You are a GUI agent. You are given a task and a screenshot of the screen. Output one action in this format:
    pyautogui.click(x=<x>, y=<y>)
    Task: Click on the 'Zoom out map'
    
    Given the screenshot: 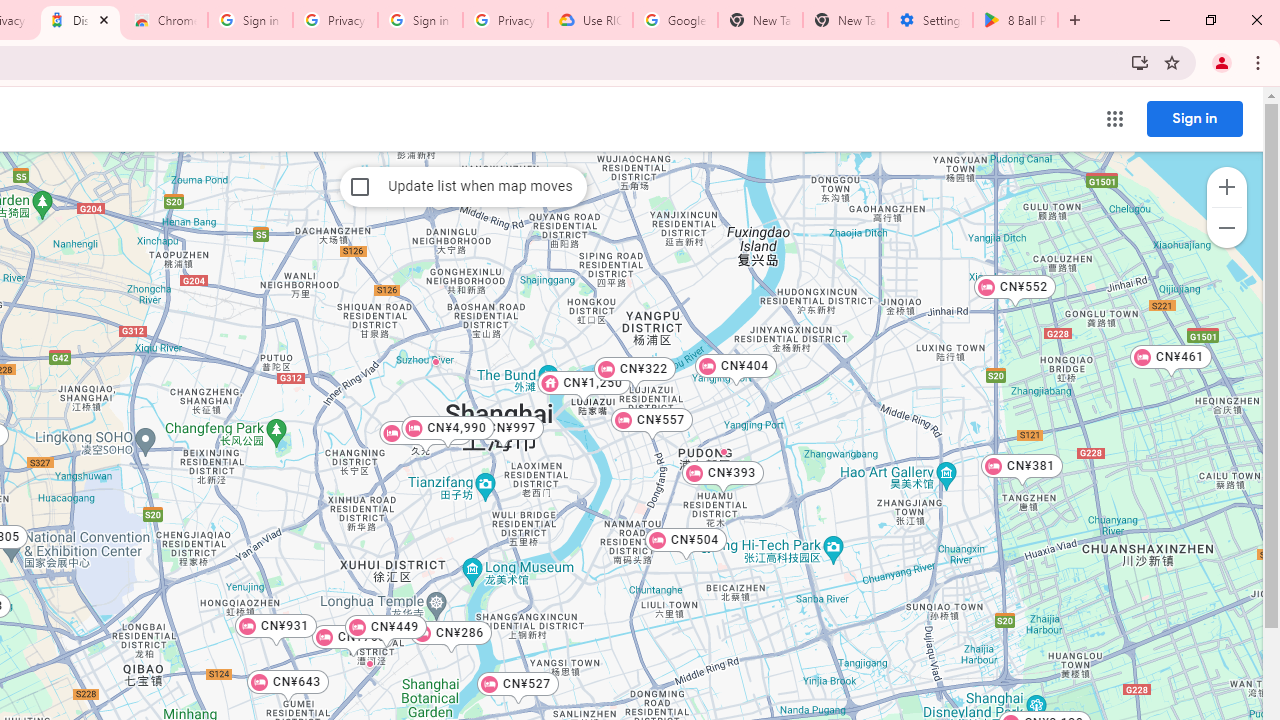 What is the action you would take?
    pyautogui.click(x=1225, y=226)
    